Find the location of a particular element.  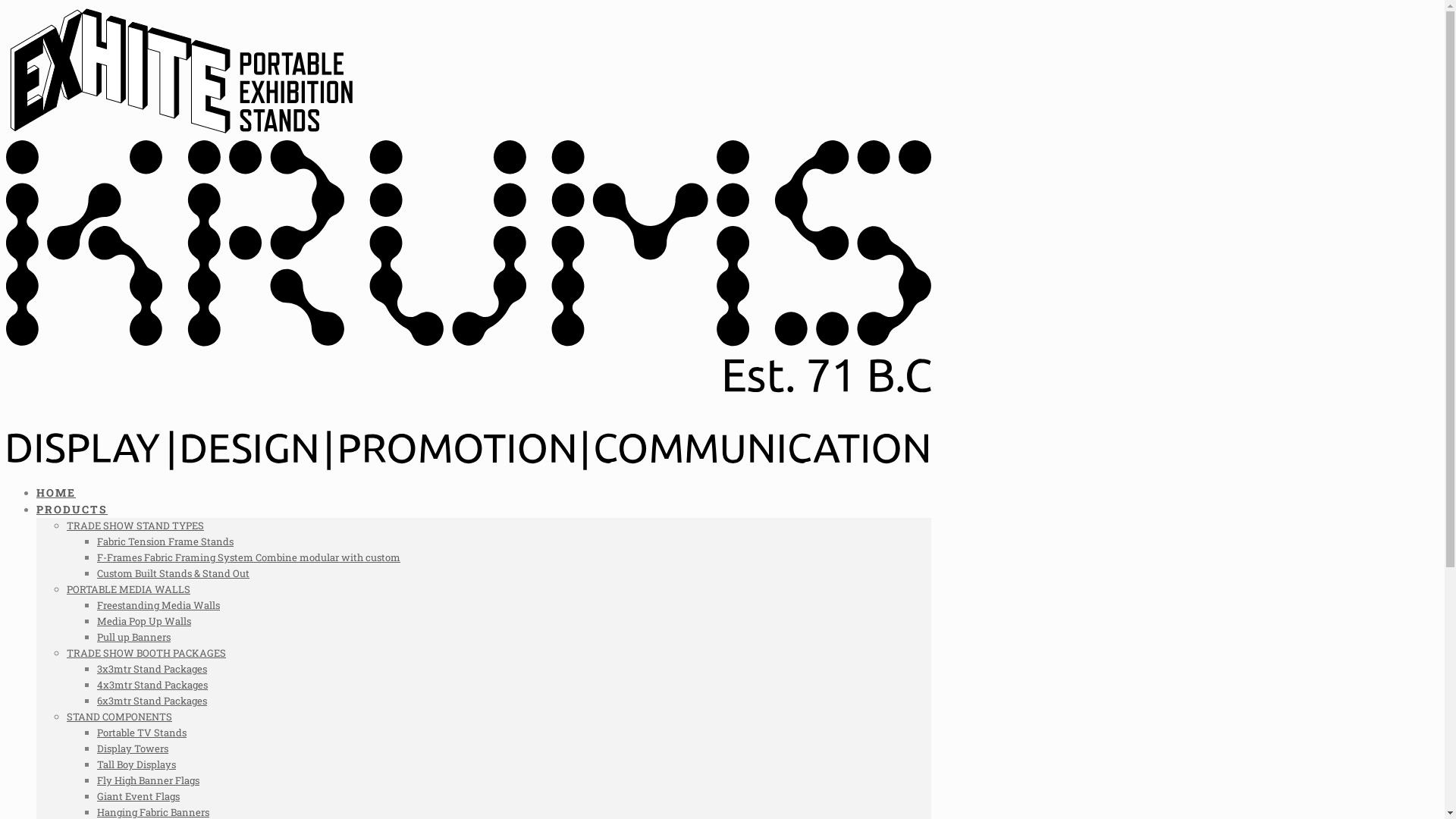

'Fabric Tension Frame Stands' is located at coordinates (165, 540).